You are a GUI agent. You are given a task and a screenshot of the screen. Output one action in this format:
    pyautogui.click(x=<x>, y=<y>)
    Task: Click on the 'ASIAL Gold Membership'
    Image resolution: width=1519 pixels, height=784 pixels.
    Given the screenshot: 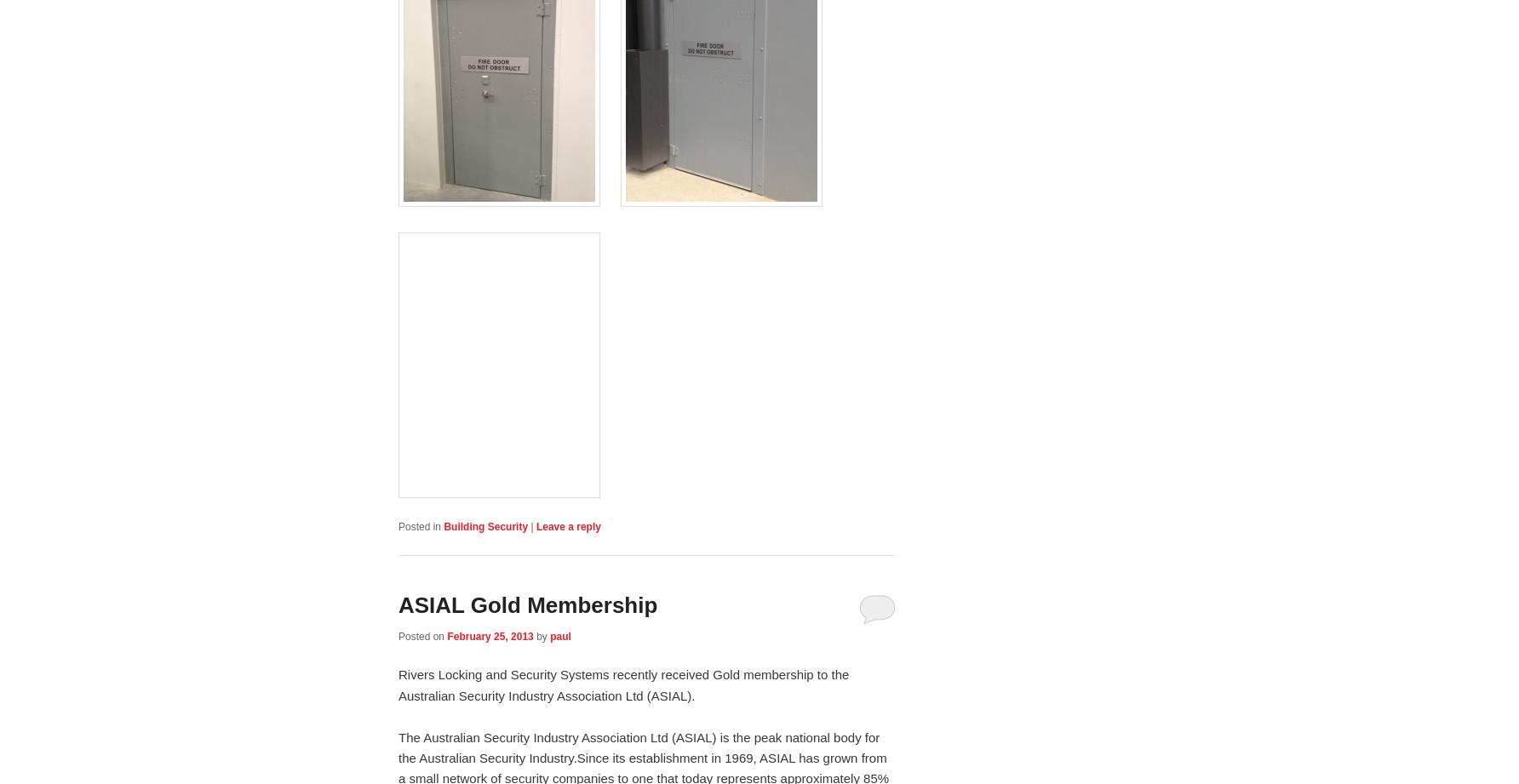 What is the action you would take?
    pyautogui.click(x=398, y=605)
    